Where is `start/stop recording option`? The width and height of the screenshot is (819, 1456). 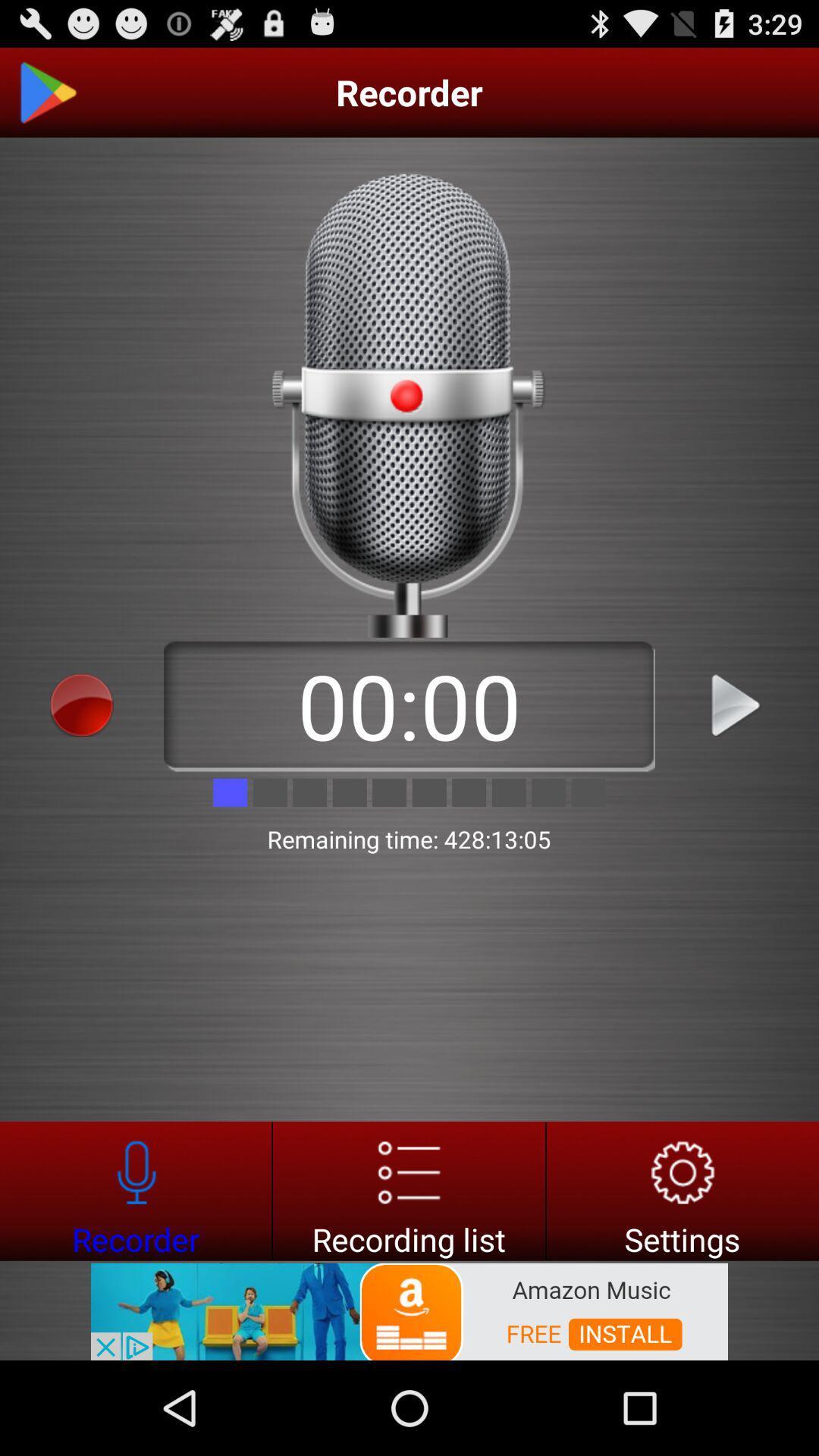 start/stop recording option is located at coordinates (82, 704).